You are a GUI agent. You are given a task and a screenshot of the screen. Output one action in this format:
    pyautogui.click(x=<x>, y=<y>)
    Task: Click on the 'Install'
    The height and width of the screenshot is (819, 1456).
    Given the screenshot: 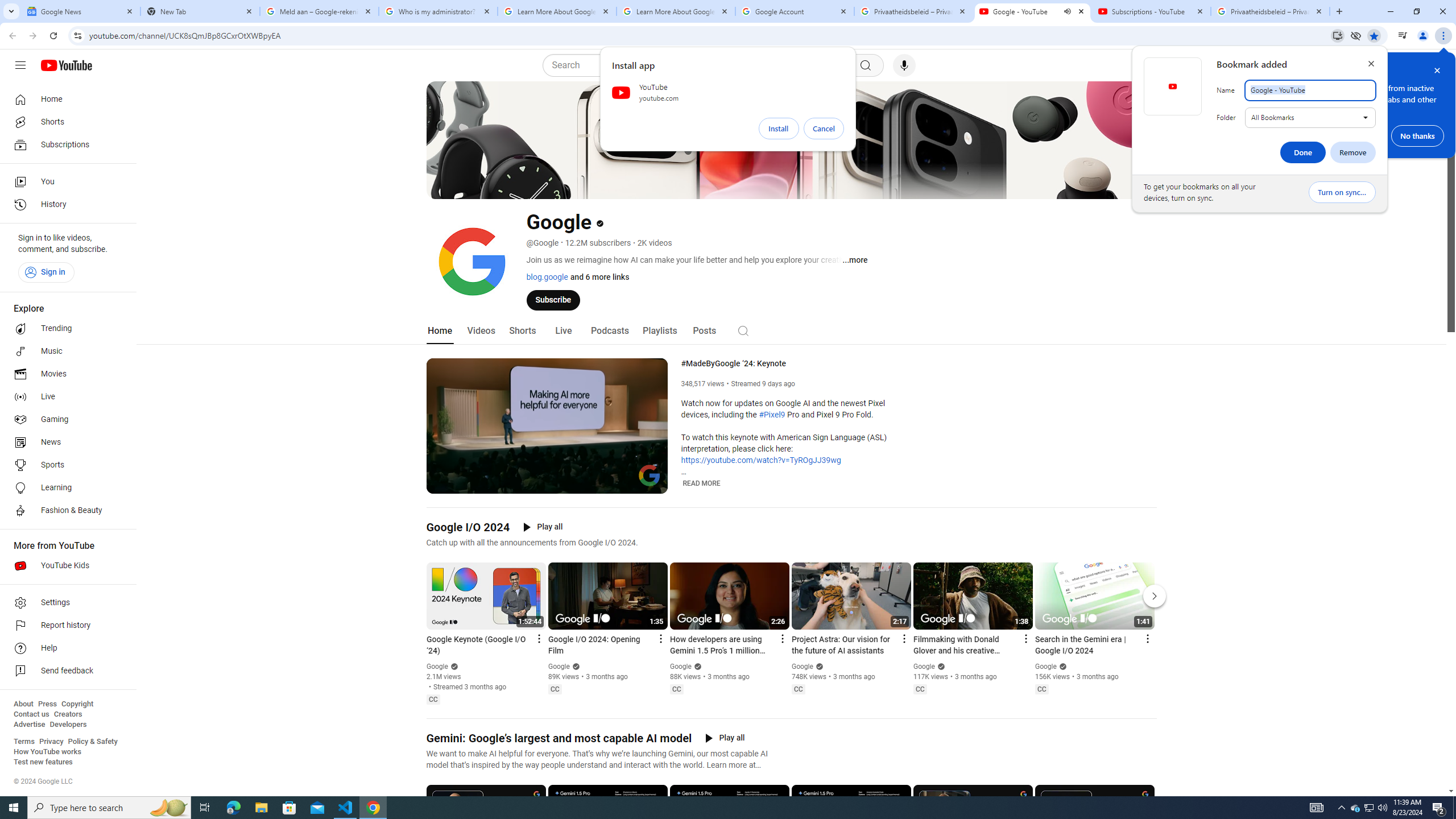 What is the action you would take?
    pyautogui.click(x=779, y=128)
    